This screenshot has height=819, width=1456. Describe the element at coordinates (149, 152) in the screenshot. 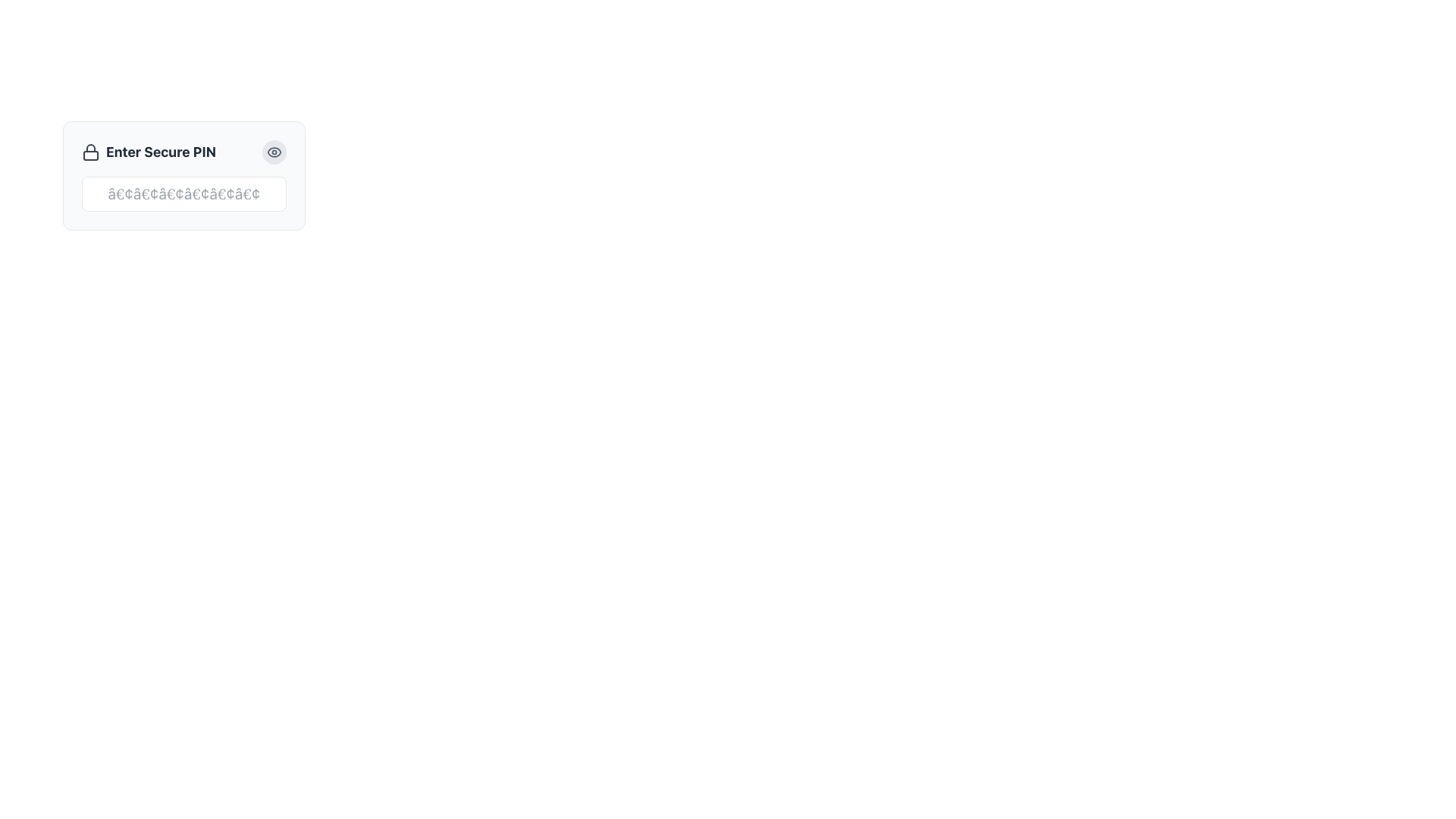

I see `the 'Enter Secure PIN' label with the lock icon, indicating a secure input prompt` at that location.